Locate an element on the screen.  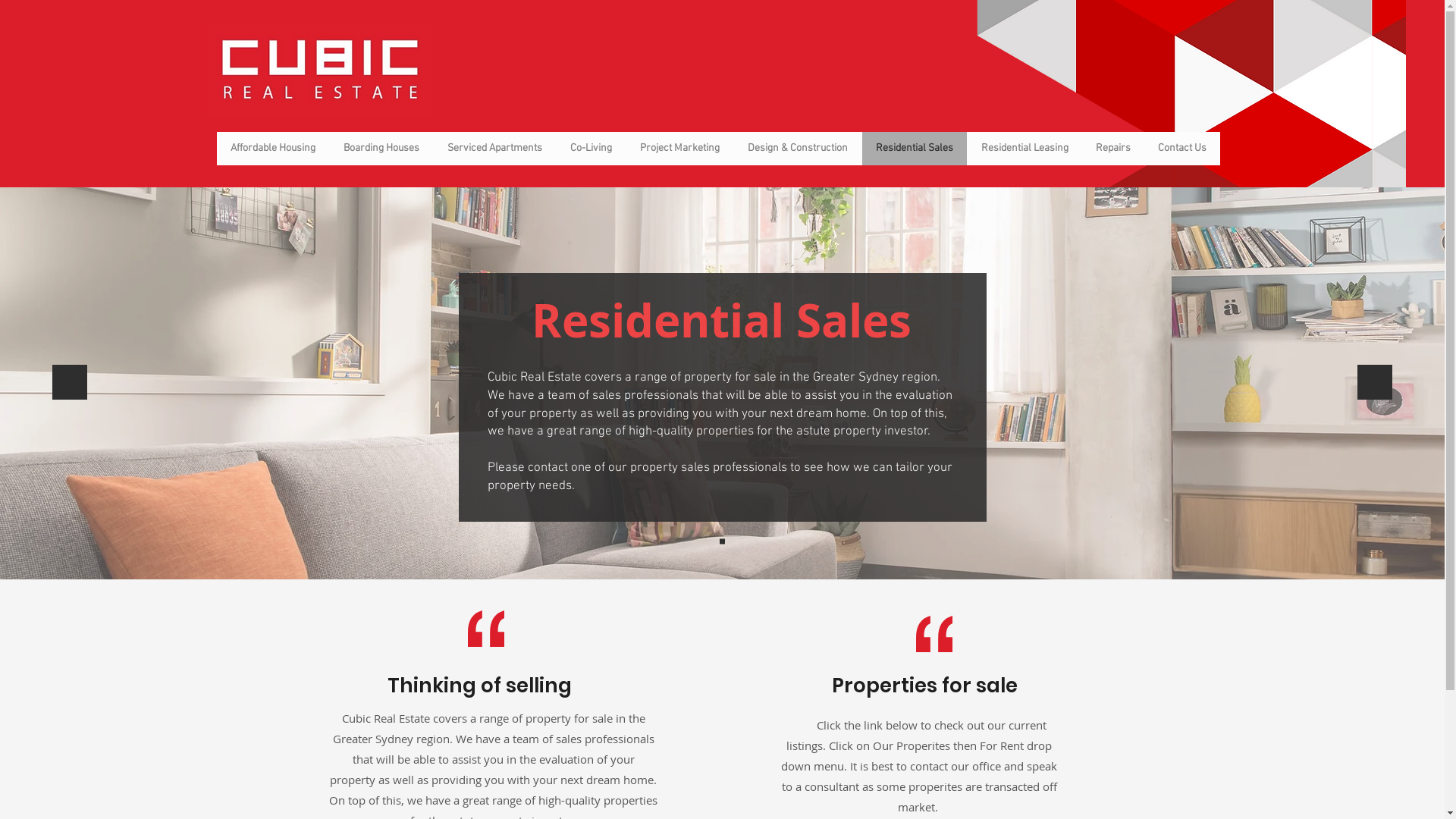
'Residential Leasing' is located at coordinates (1023, 149).